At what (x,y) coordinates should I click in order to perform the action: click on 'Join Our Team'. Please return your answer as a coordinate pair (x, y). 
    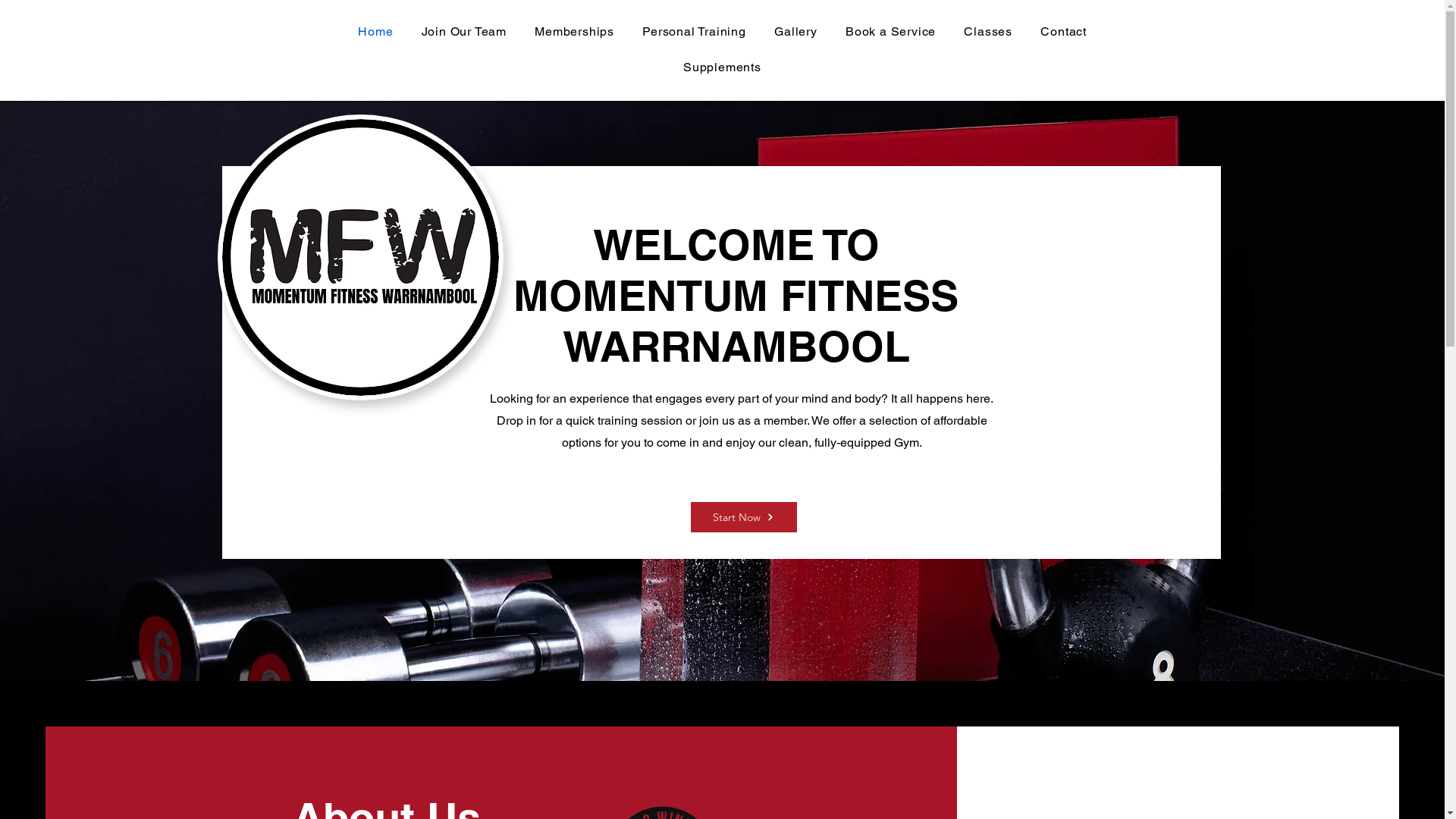
    Looking at the image, I should click on (463, 31).